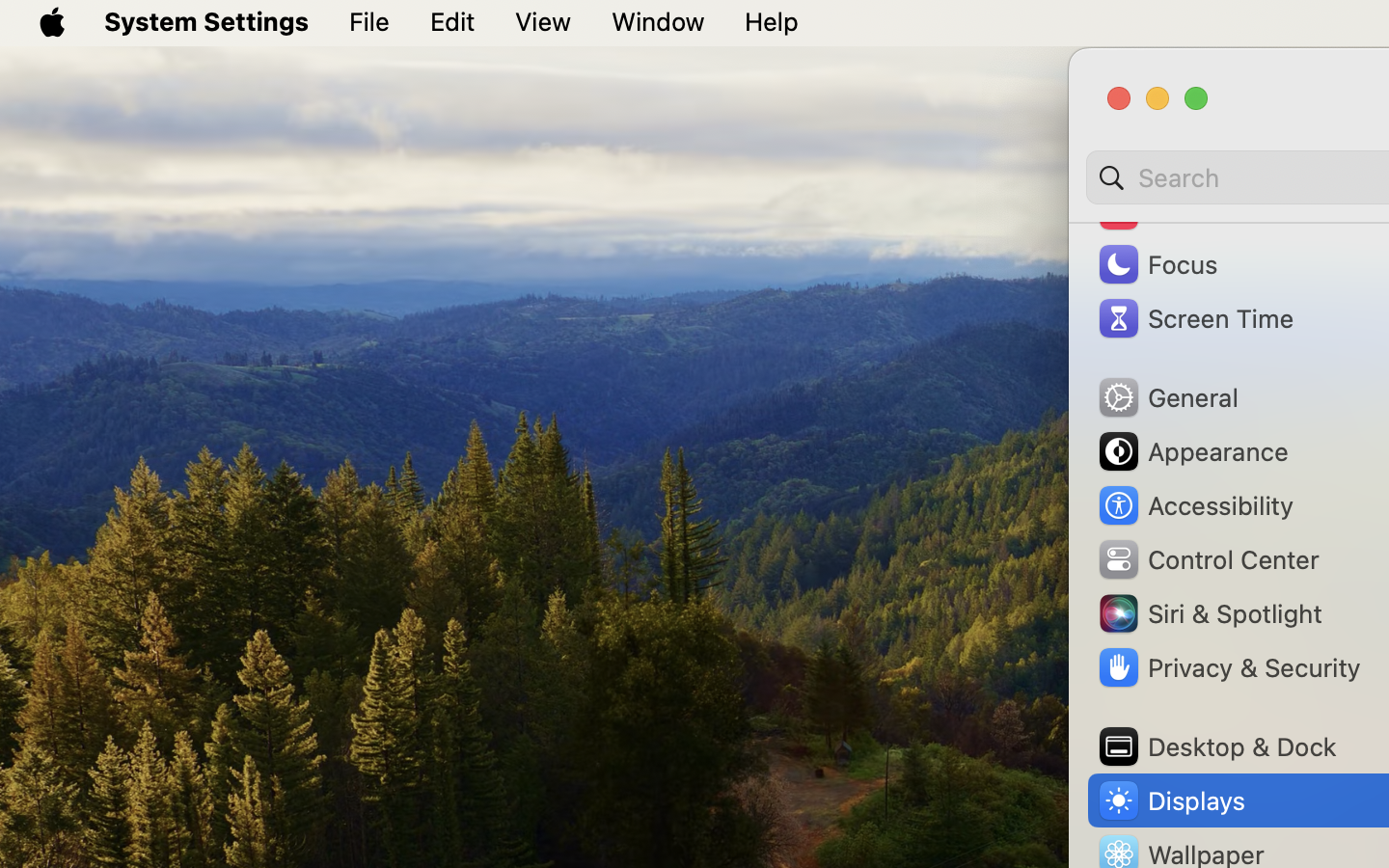 The height and width of the screenshot is (868, 1389). Describe the element at coordinates (1227, 666) in the screenshot. I see `'Privacy & Security'` at that location.